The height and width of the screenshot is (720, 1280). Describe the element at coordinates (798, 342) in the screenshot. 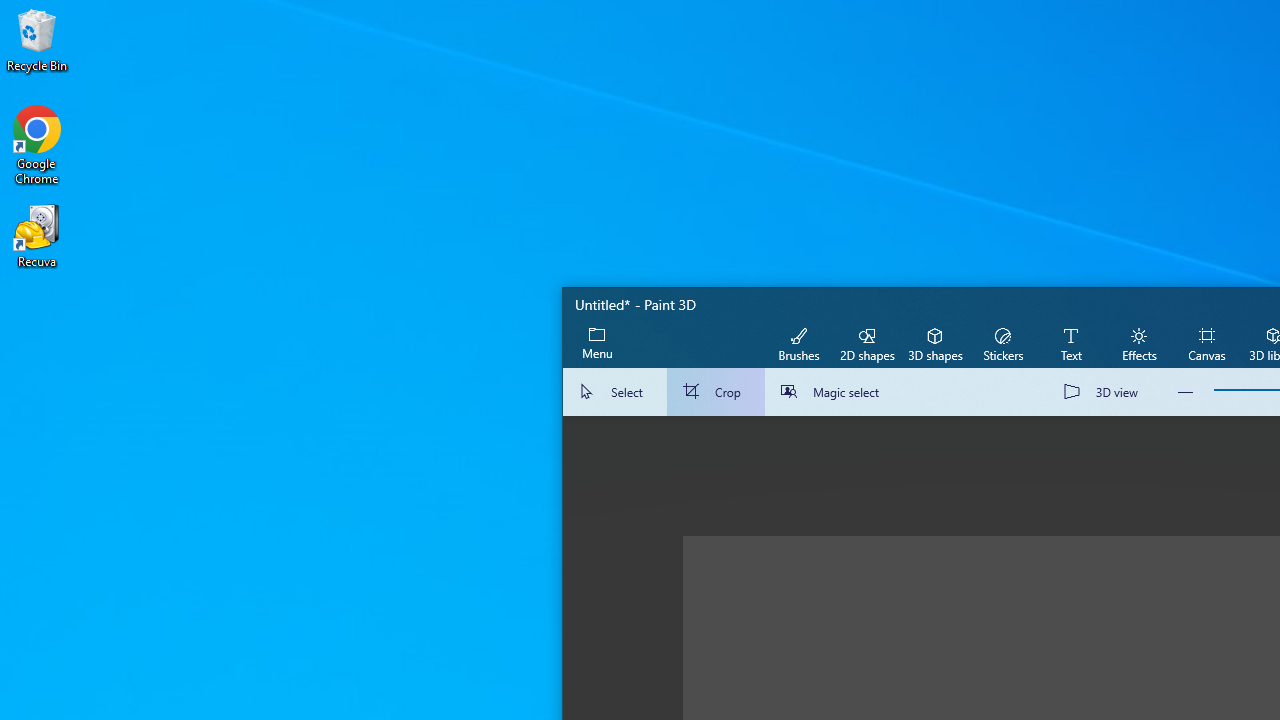

I see `'Brushes'` at that location.